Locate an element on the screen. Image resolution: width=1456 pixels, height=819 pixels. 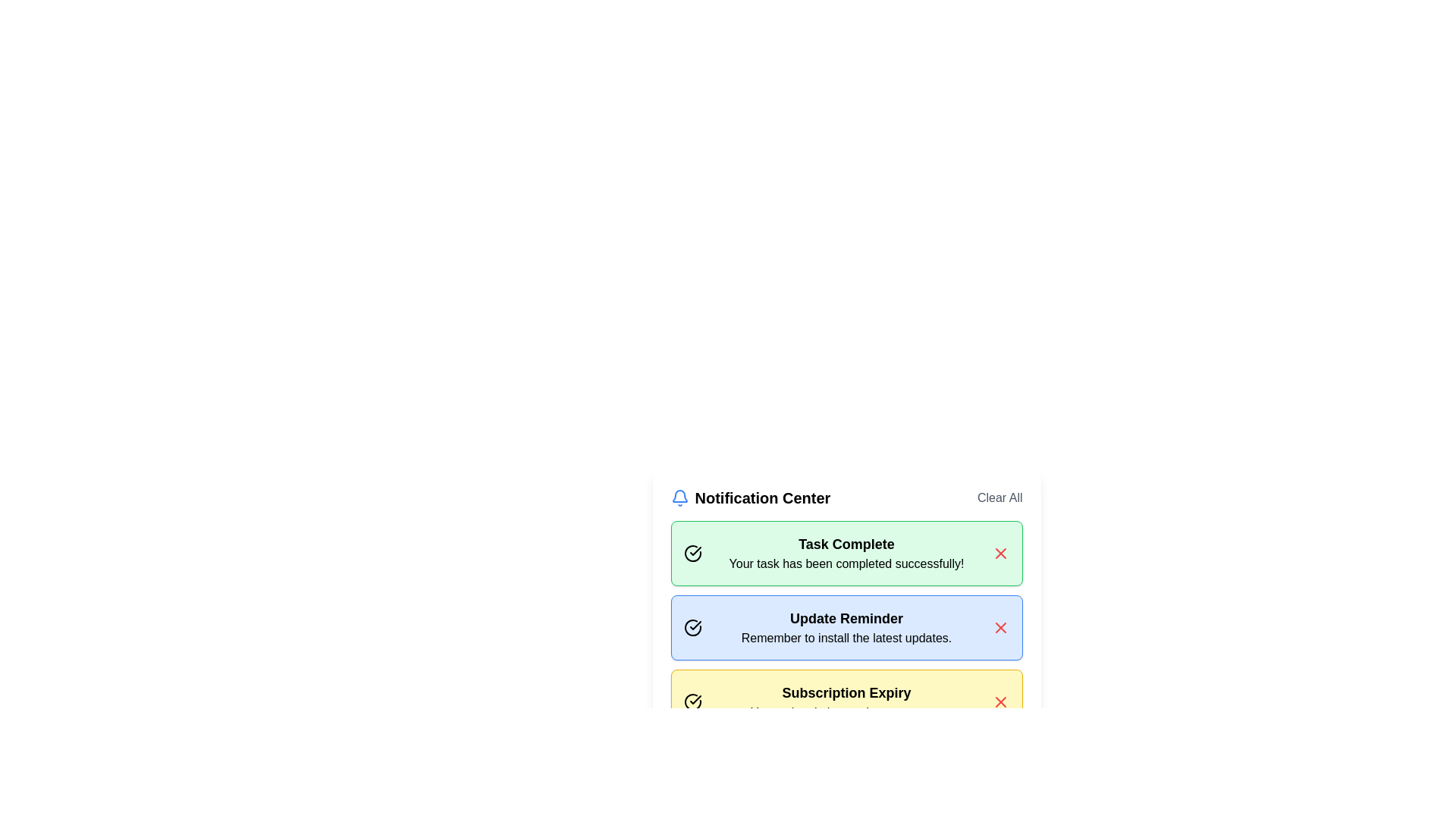
the checkmark icon within the circular outline located on the left side of the 'Task Complete' notification card is located at coordinates (694, 699).